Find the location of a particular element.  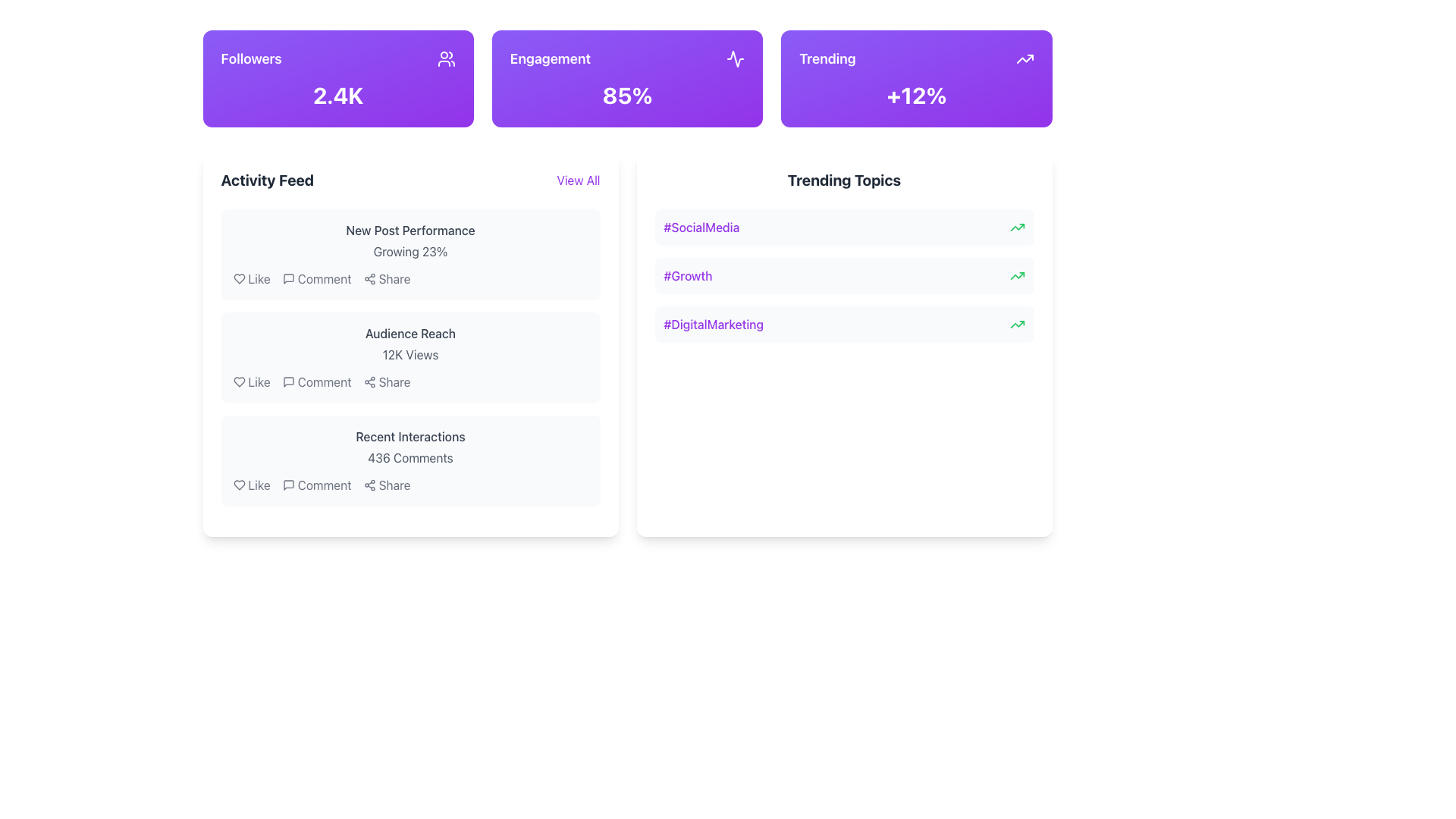

the 'Like' button, which is the first button in the row below the 'New Post Performance' section in the 'Activity Feed'. The button features a heart-shaped icon followed by the text 'Like', styled in gray and changing to purple on hover is located at coordinates (252, 278).